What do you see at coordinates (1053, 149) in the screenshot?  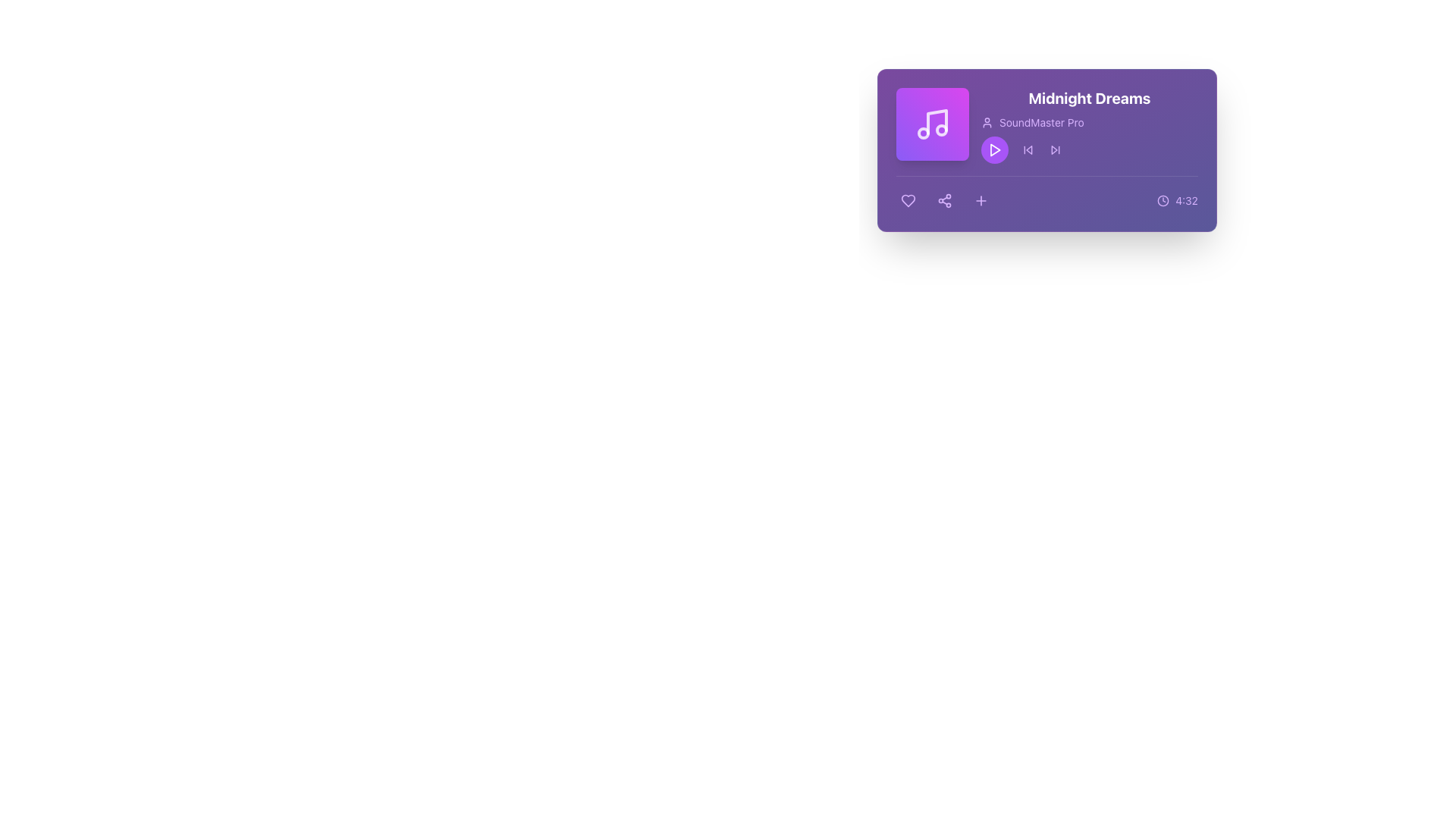 I see `the forward control button located on the audio player interface next to the backward button to skip to the next track` at bounding box center [1053, 149].